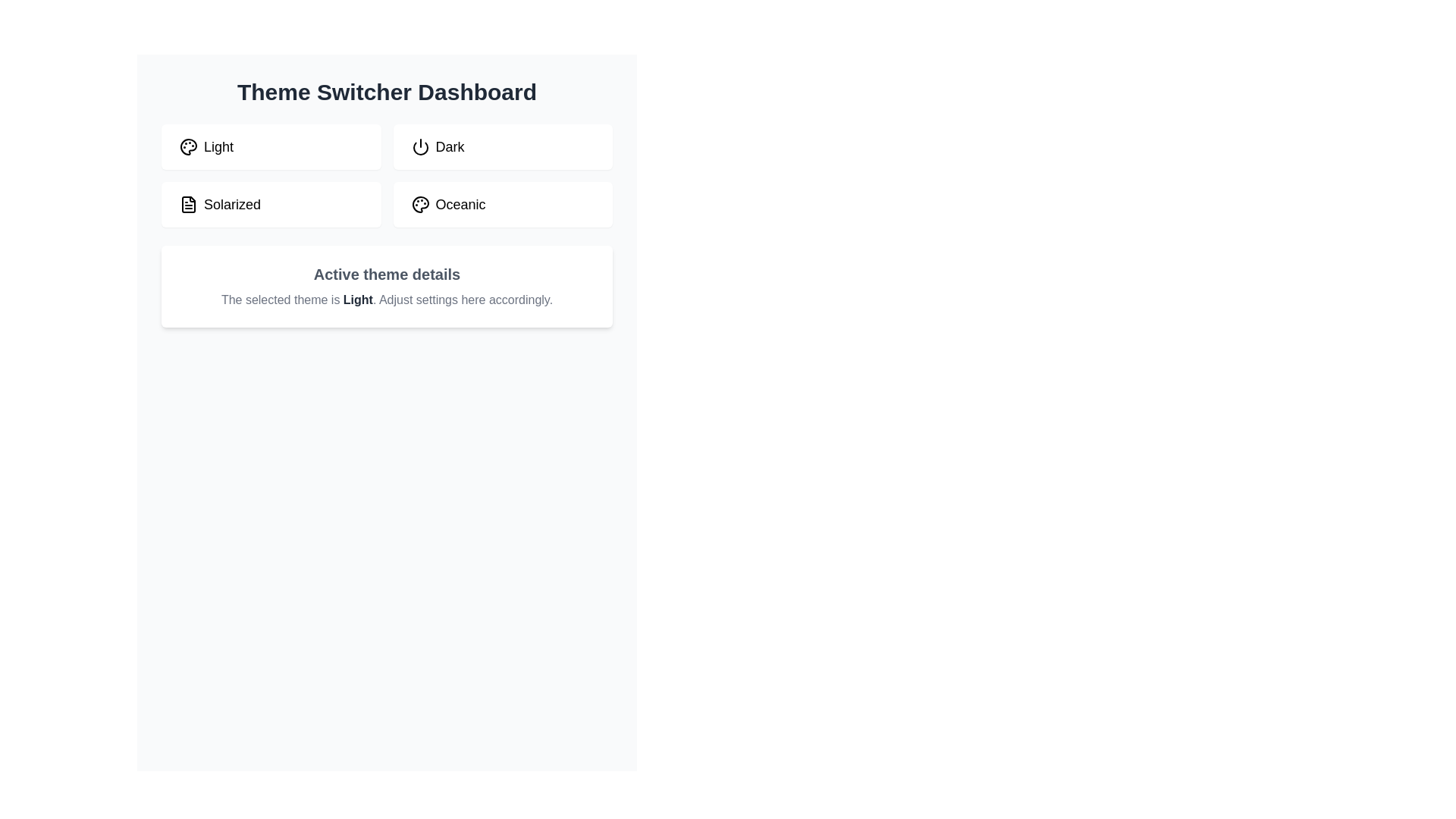  Describe the element at coordinates (188, 146) in the screenshot. I see `the paint palette icon located at the top-left corner of the 'Light' selection button, which is part of a 2x2 grid below the 'Theme Switcher Dashboard'` at that location.